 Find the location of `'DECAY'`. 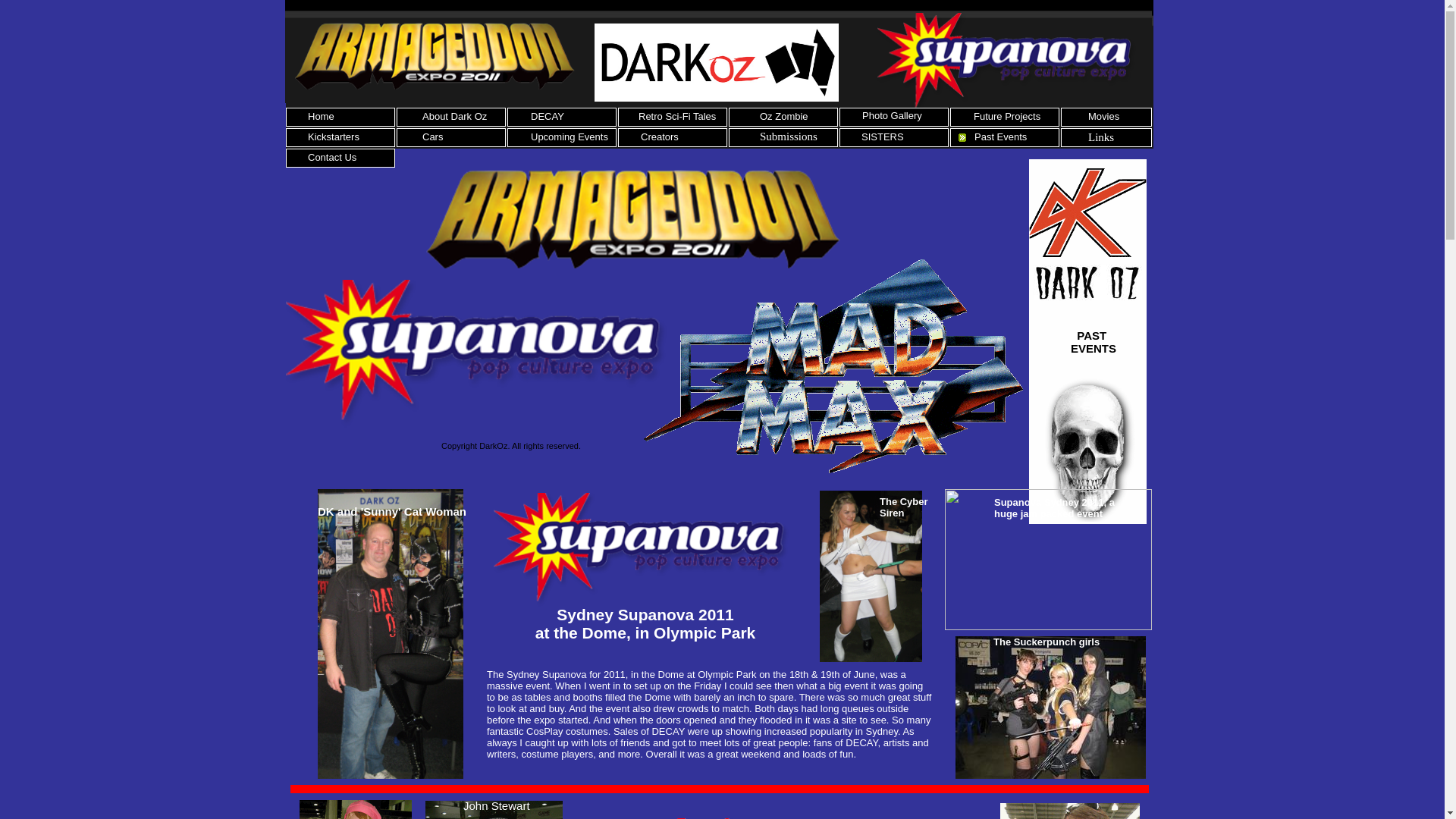

'DECAY' is located at coordinates (546, 115).